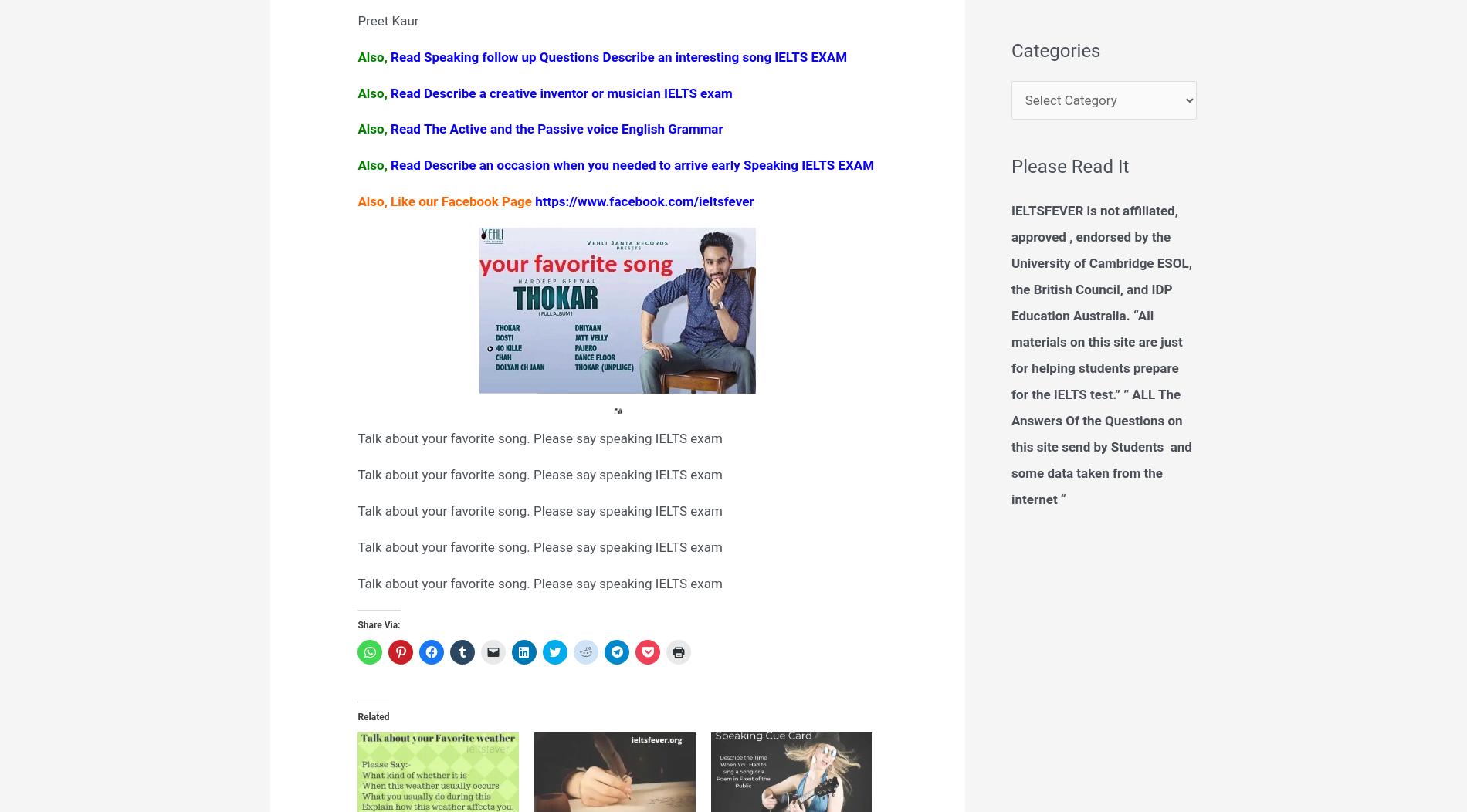 The height and width of the screenshot is (812, 1467). Describe the element at coordinates (643, 201) in the screenshot. I see `'https://www.facebook.com/ieltsfever'` at that location.